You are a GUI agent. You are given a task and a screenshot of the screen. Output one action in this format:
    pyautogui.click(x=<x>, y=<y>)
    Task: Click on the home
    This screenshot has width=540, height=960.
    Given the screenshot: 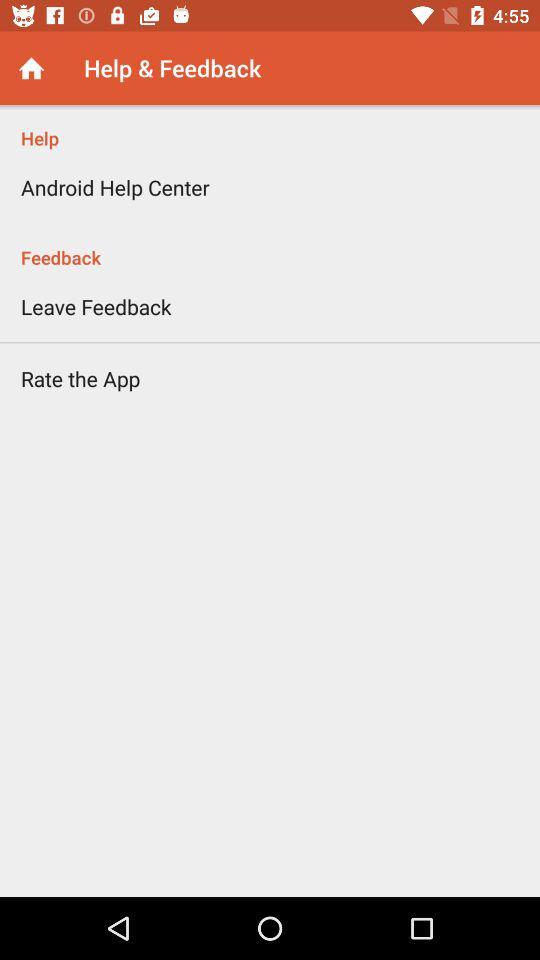 What is the action you would take?
    pyautogui.click(x=30, y=68)
    